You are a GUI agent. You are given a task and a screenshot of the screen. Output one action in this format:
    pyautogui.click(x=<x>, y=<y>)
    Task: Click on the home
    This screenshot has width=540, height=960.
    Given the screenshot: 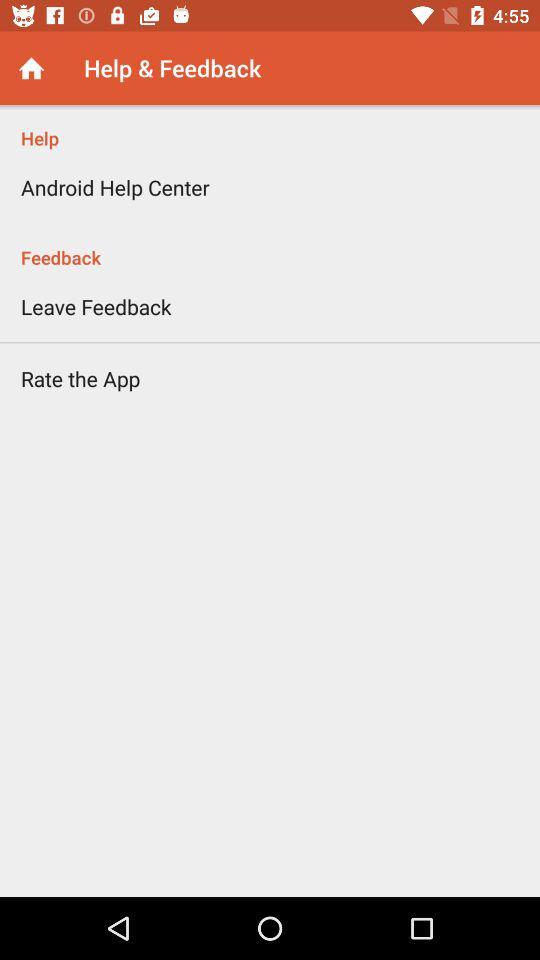 What is the action you would take?
    pyautogui.click(x=30, y=68)
    